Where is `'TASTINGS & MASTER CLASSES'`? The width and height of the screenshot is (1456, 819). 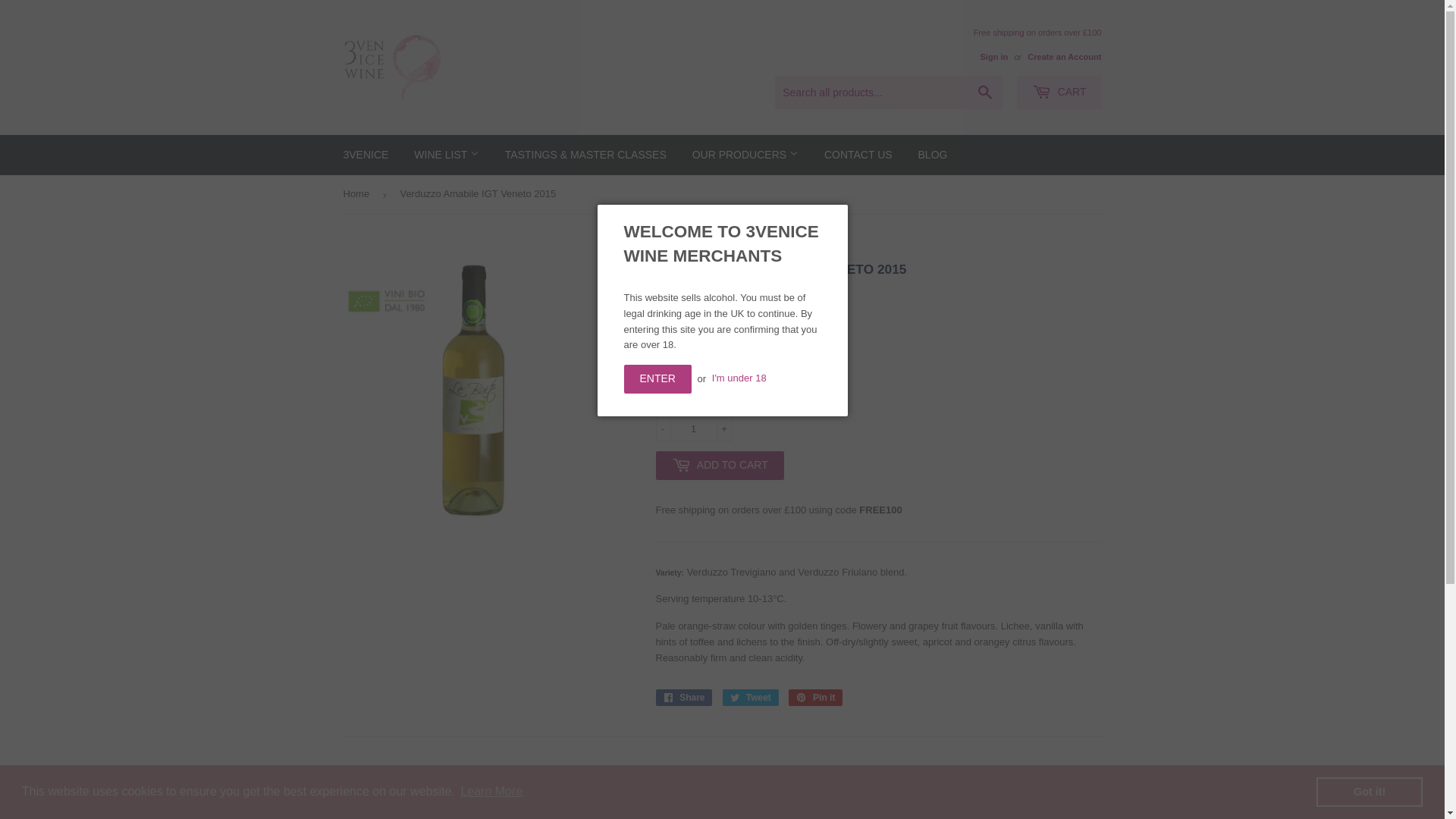 'TASTINGS & MASTER CLASSES' is located at coordinates (585, 155).